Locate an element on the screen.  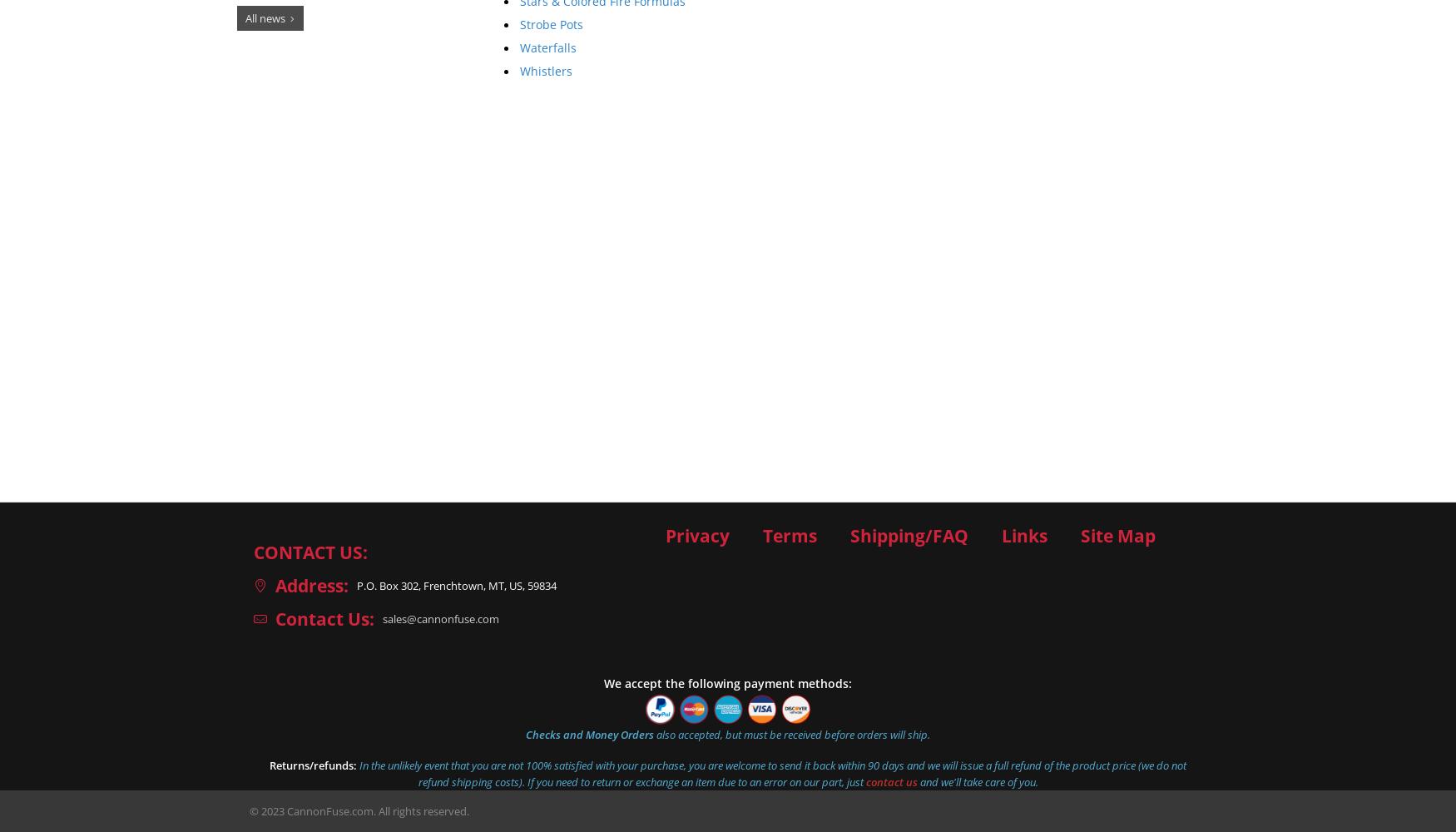
'In the unlikely event that you are not 100% satisfied with your purchase, you are welcome to send it back within 90 days and we will issue a full refund of the product price (we do not refund shipping costs). If you need to return or exchange an item due to an error on our part, just' is located at coordinates (772, 774).